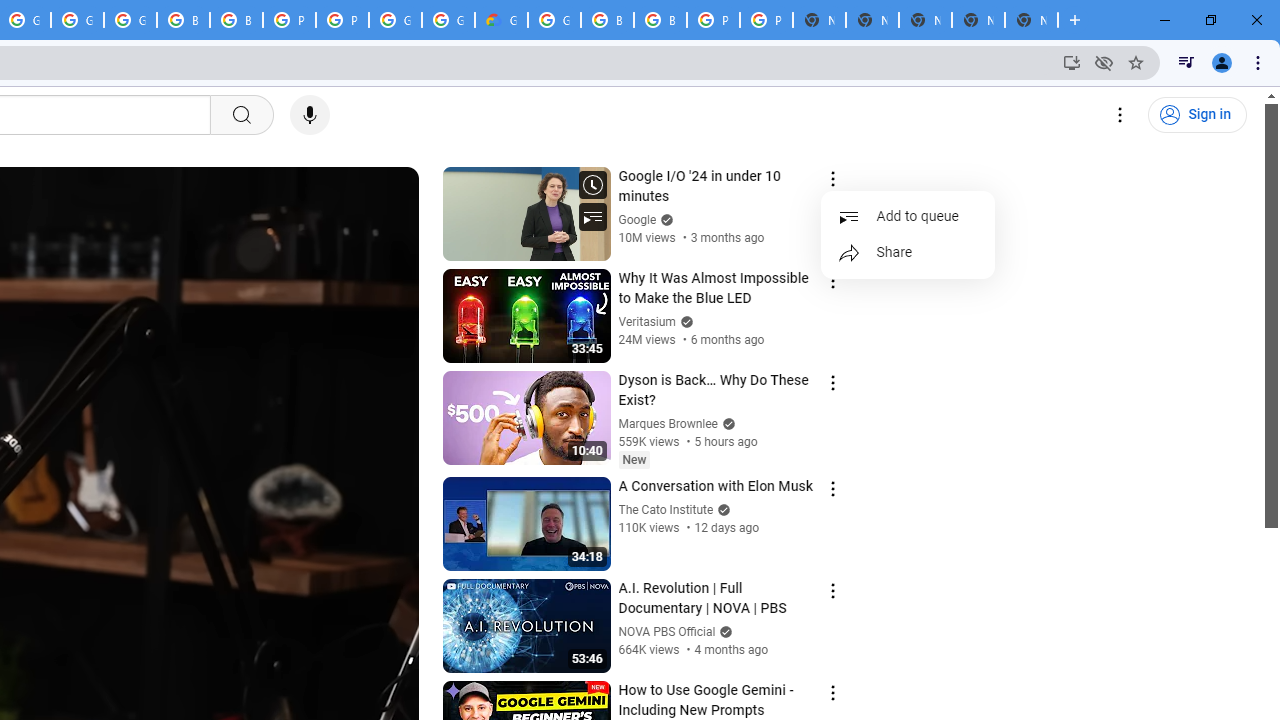  I want to click on 'Browse Chrome as a guest - Computer - Google Chrome Help', so click(183, 20).